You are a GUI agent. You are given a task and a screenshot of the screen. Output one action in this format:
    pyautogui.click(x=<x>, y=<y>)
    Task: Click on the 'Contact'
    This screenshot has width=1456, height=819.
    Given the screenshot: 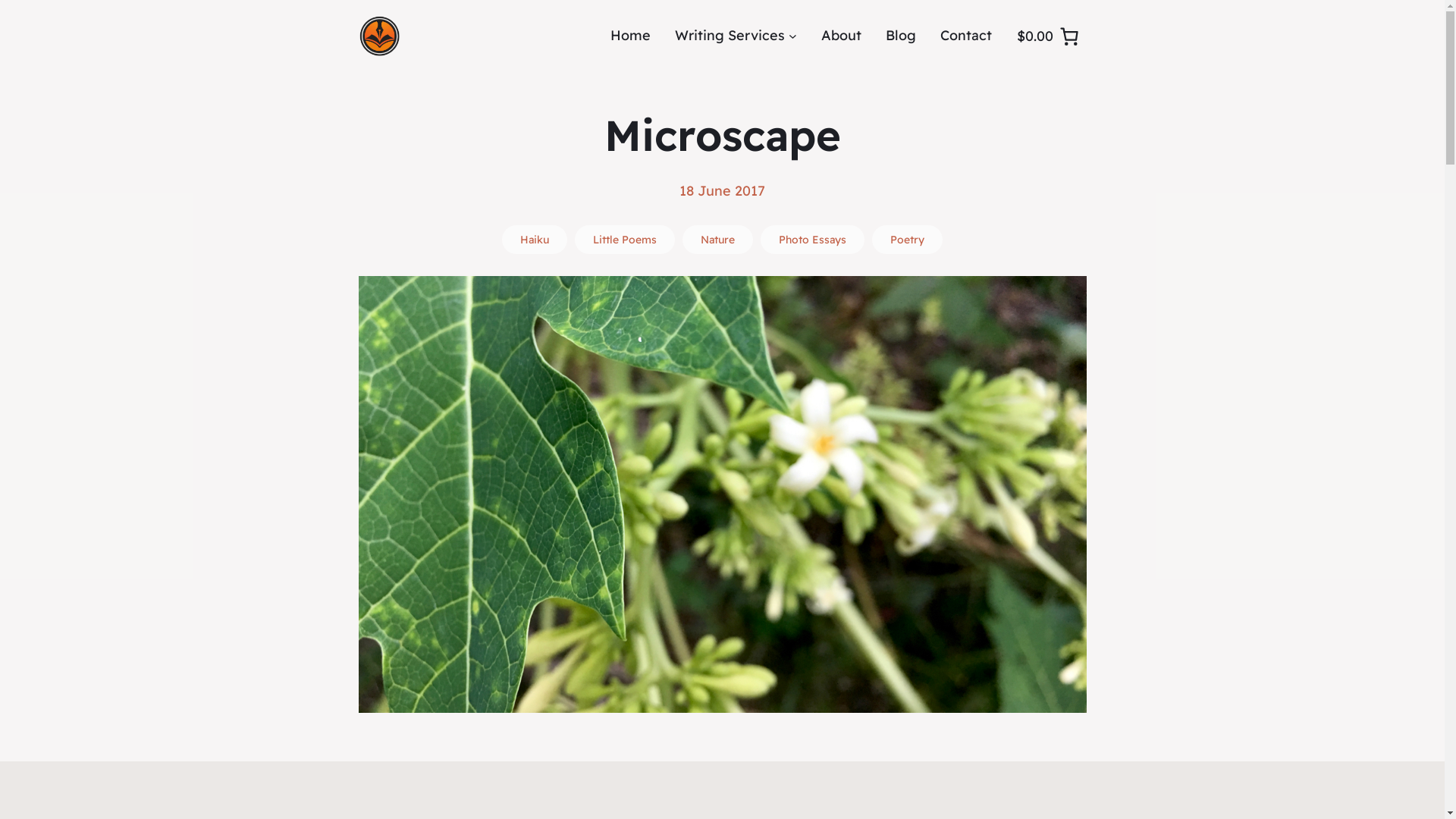 What is the action you would take?
    pyautogui.click(x=965, y=35)
    